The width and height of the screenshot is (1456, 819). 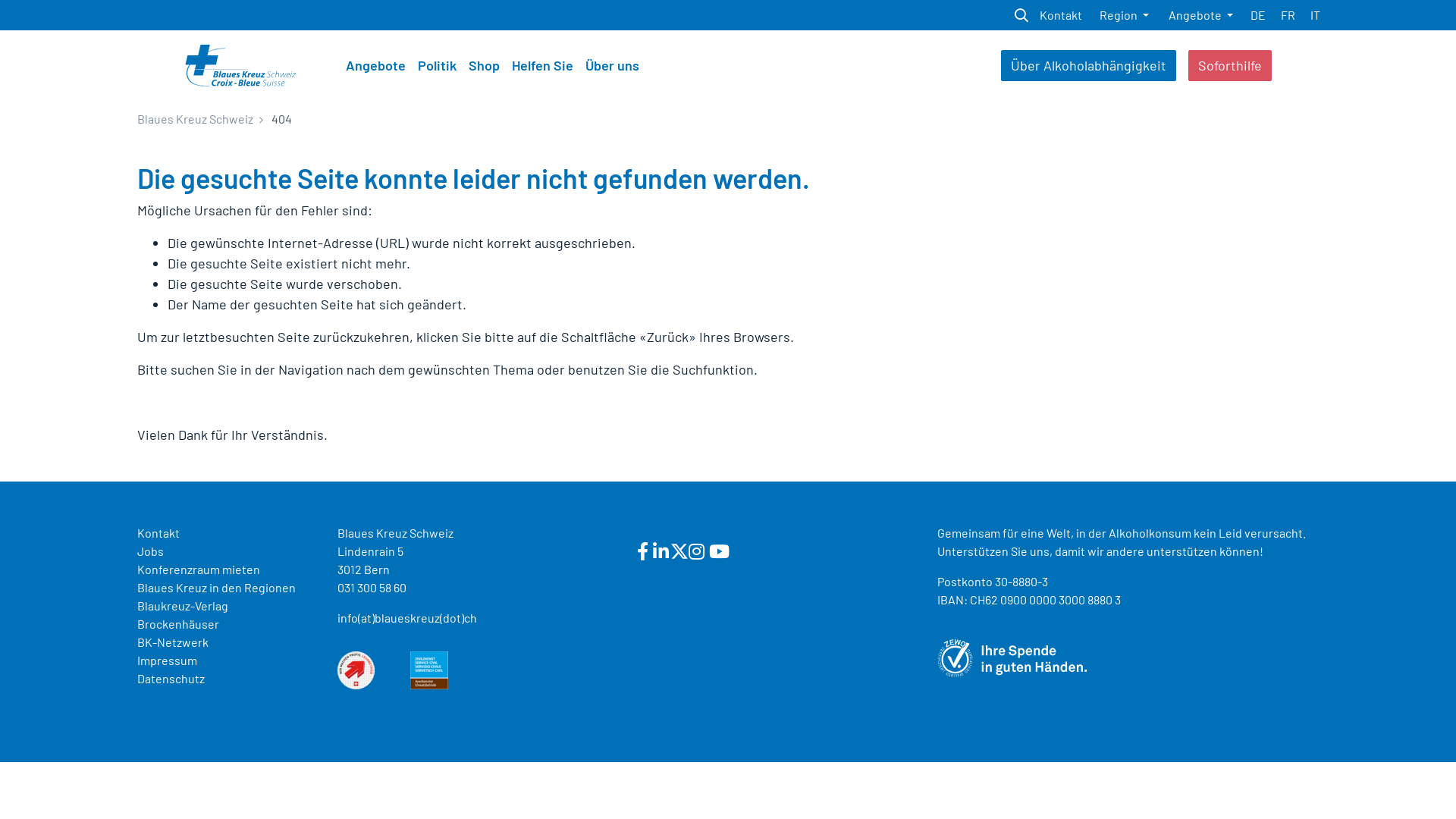 I want to click on 'Datenschutz', so click(x=171, y=677).